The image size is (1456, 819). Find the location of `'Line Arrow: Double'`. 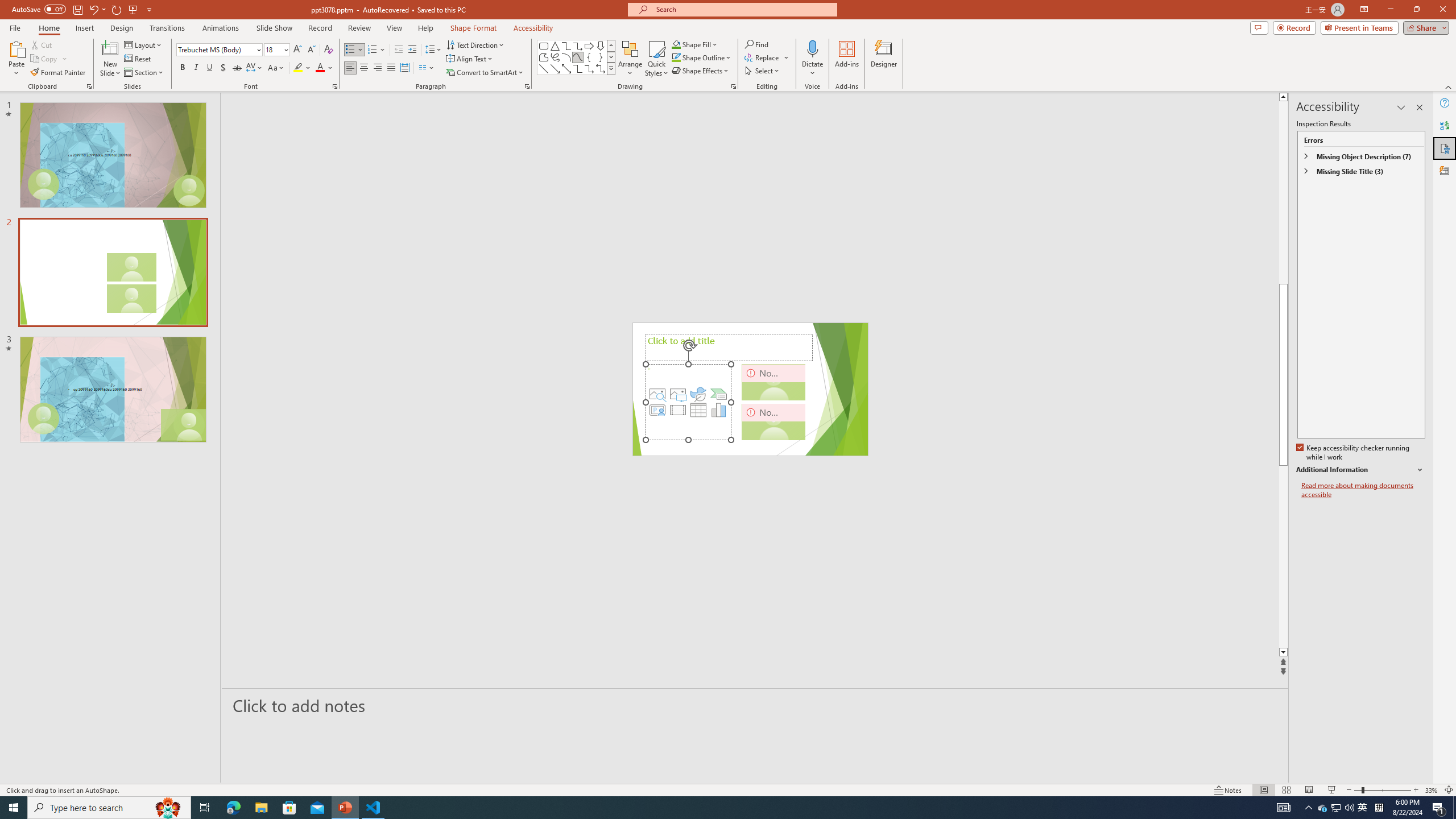

'Line Arrow: Double' is located at coordinates (565, 68).